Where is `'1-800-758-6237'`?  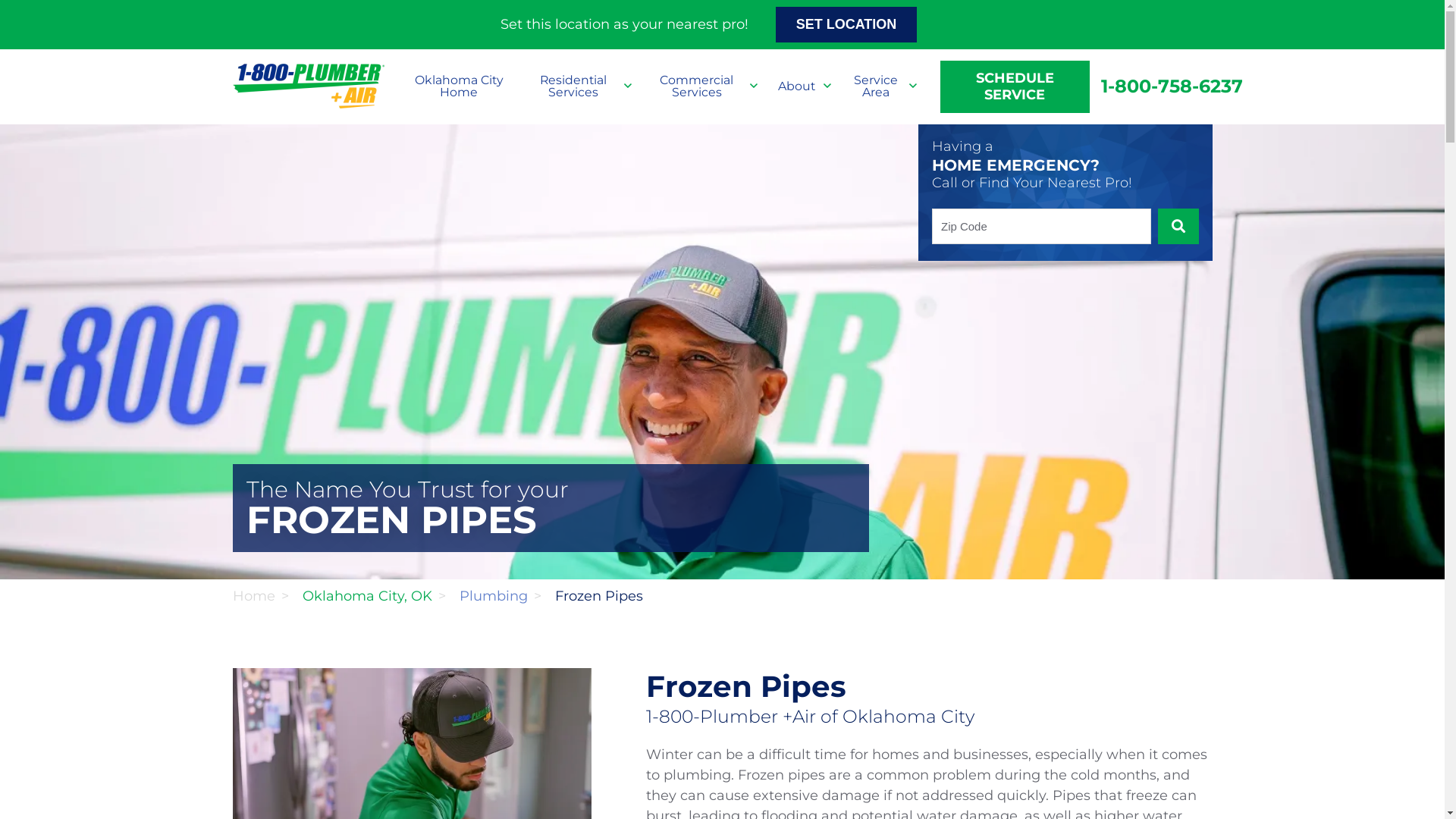
'1-800-758-6237' is located at coordinates (1165, 86).